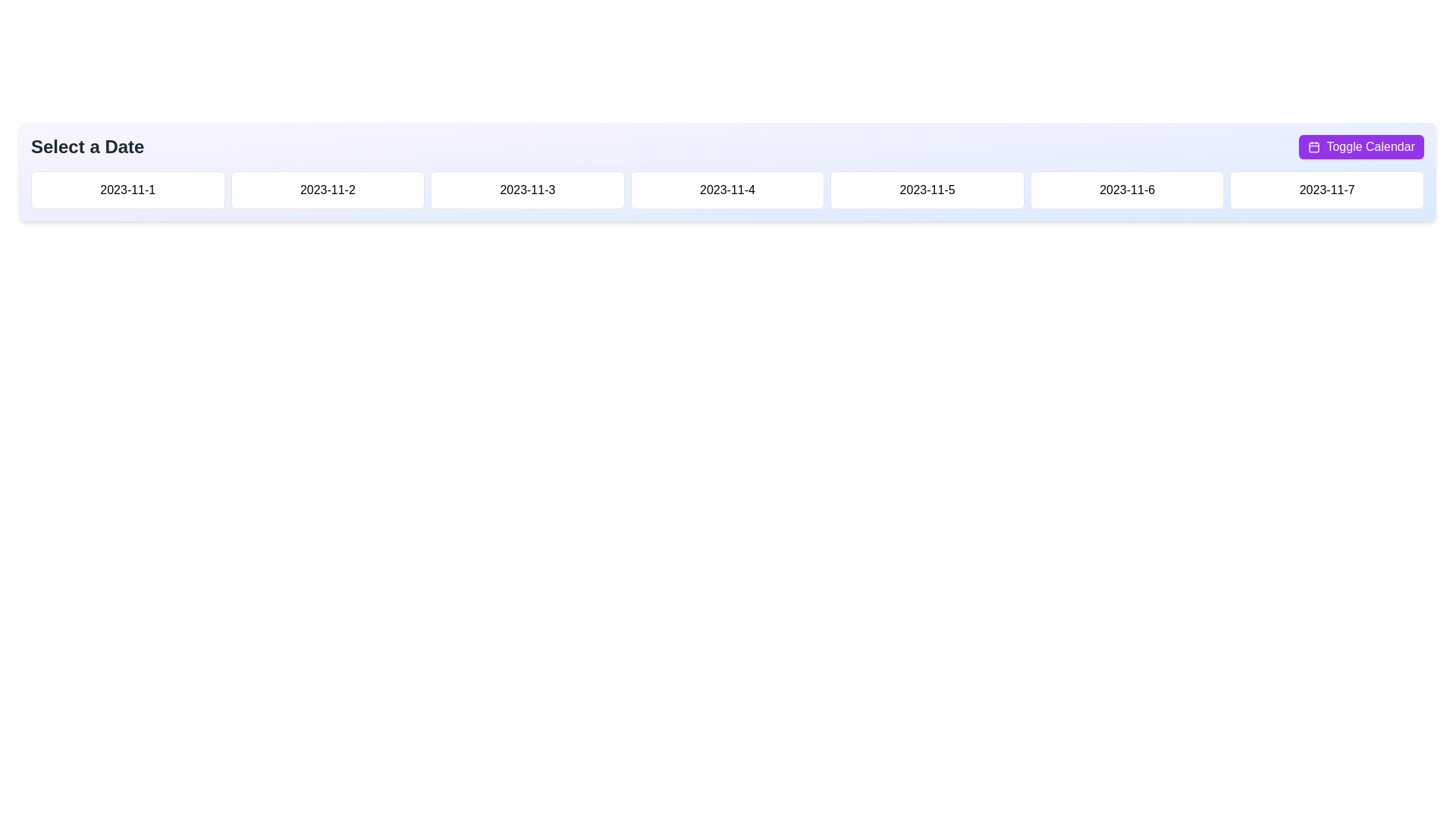  I want to click on the third date selection button, which is positioned between the buttons for '2023-11-2' and '2023-11-4', so click(528, 189).